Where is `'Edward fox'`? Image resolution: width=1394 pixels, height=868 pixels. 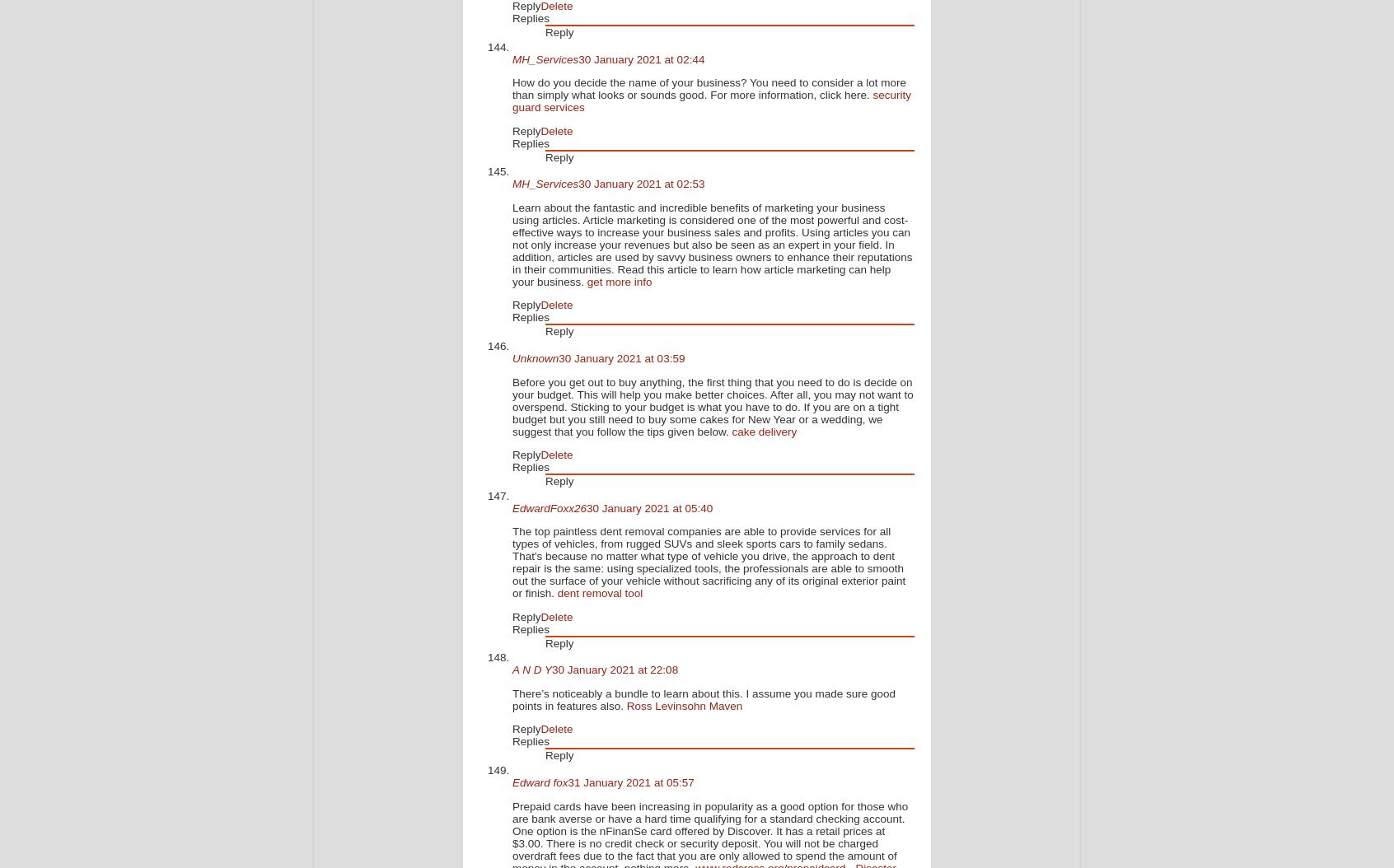
'Edward fox' is located at coordinates (540, 782).